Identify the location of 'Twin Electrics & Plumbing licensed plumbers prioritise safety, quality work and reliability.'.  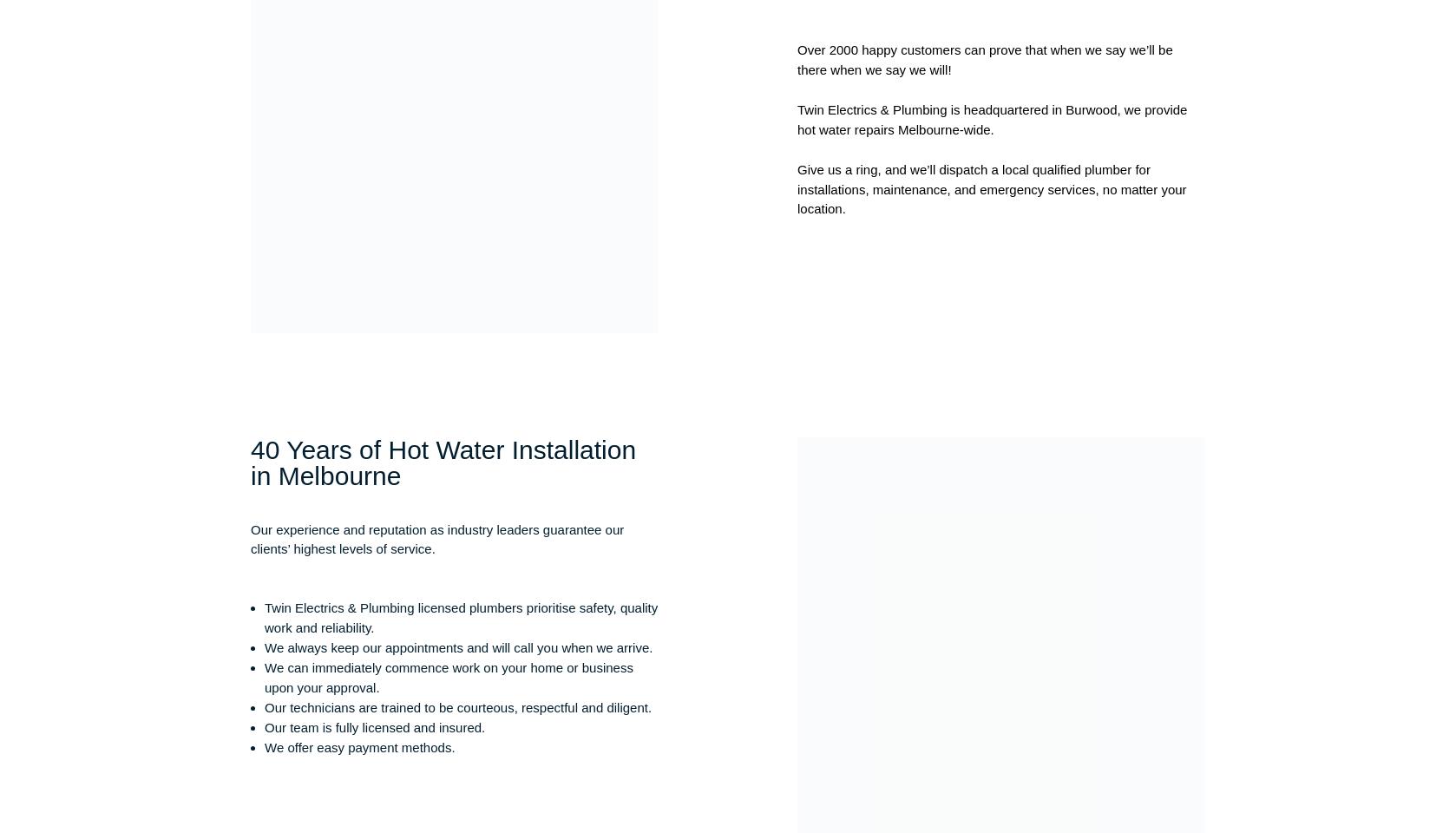
(460, 616).